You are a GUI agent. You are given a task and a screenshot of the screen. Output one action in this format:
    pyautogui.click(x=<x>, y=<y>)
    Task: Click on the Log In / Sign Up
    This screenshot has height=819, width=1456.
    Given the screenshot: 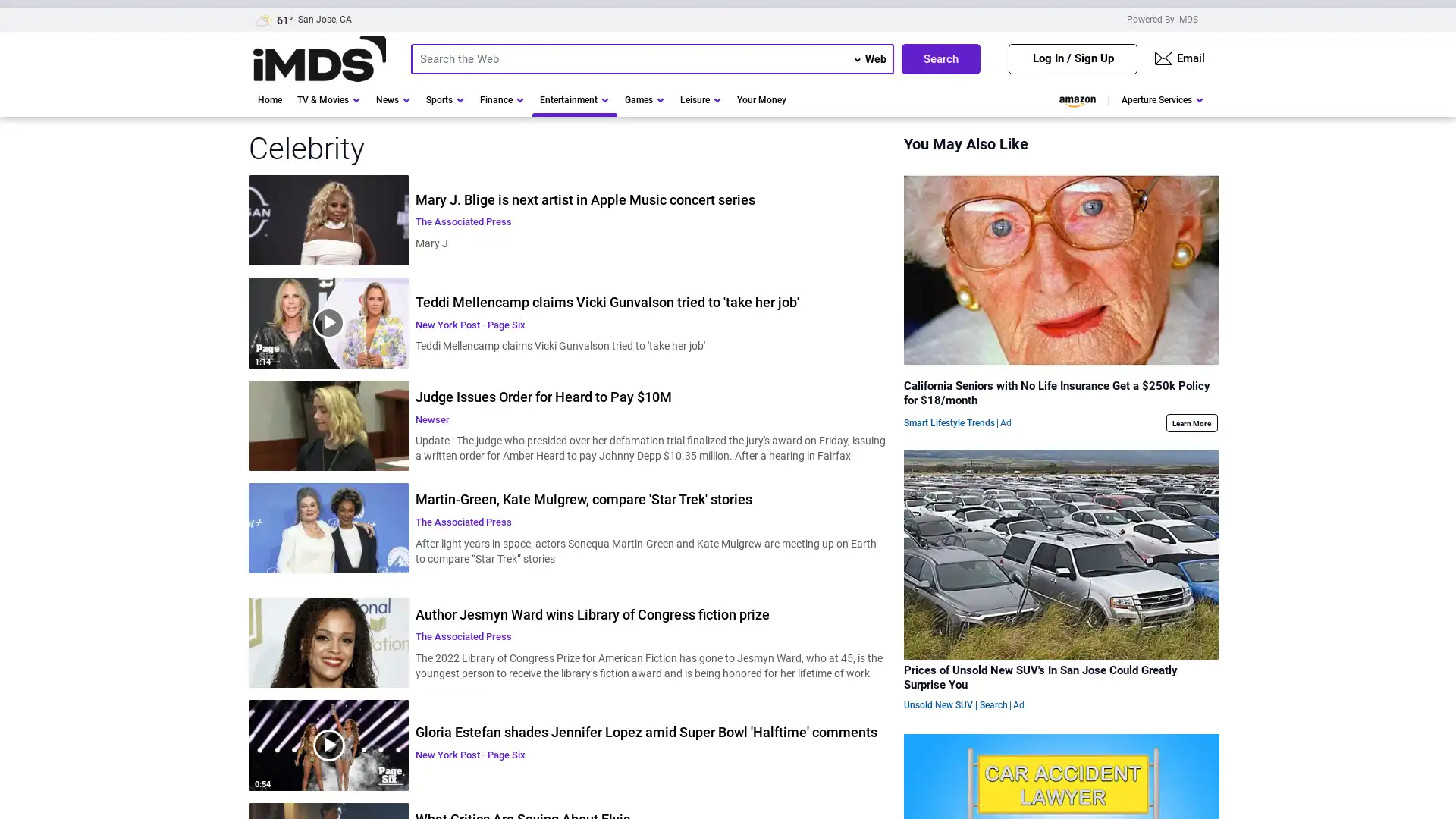 What is the action you would take?
    pyautogui.click(x=1072, y=58)
    